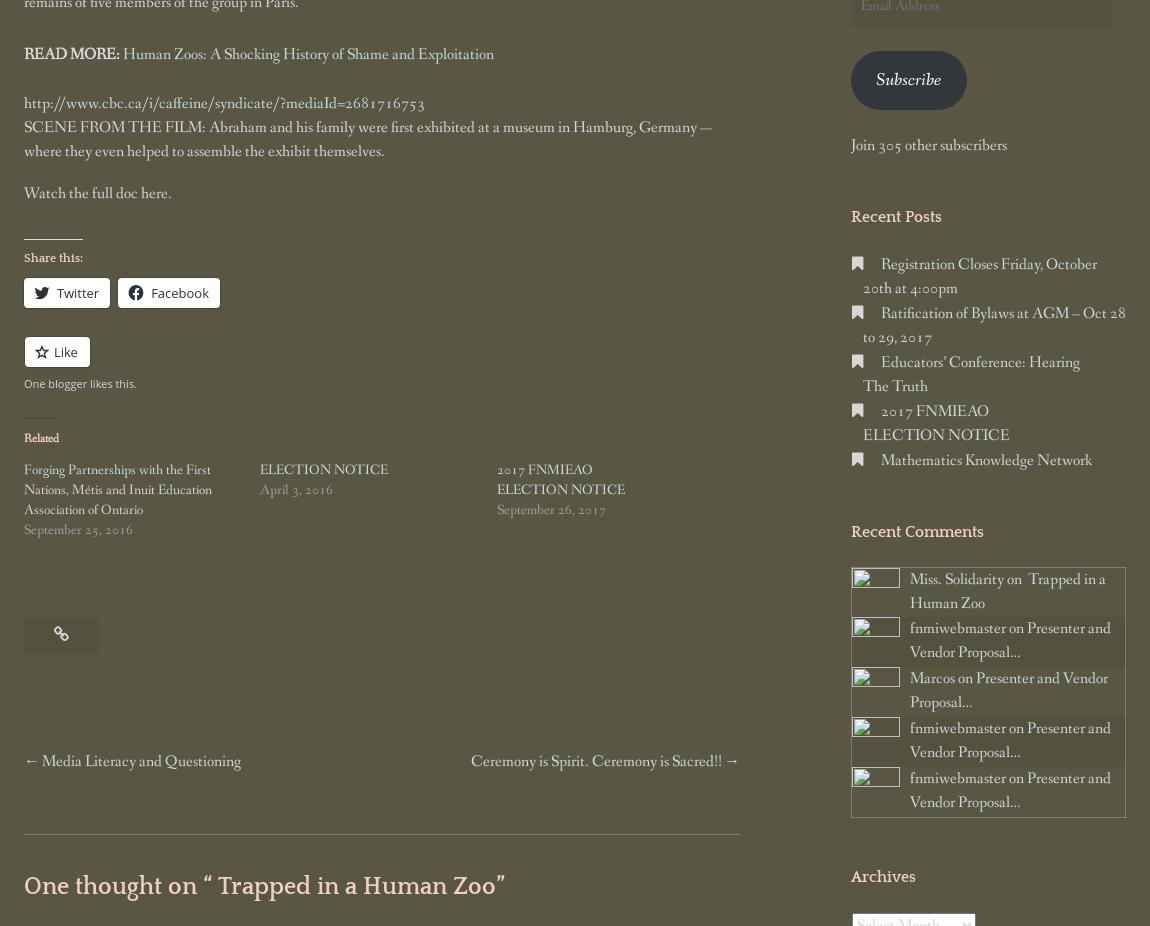  Describe the element at coordinates (368, 137) in the screenshot. I see `'SCENE FROM THE FILM: Abraham and his family were first exhibited at a museum in Hamburg, Germany — where they even helped to assemble the exhibit themselves.'` at that location.